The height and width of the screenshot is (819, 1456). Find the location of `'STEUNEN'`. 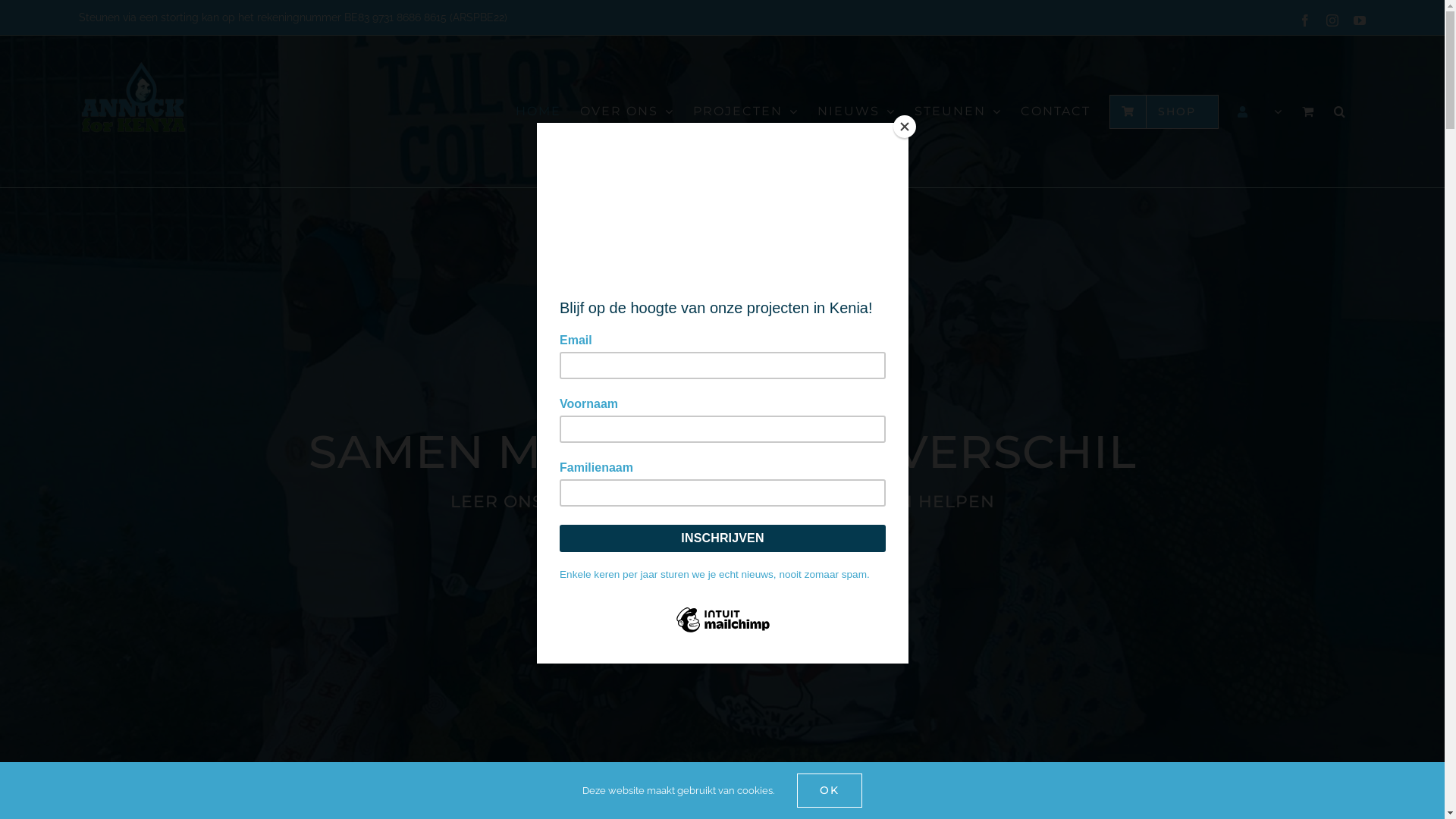

'STEUNEN' is located at coordinates (913, 110).